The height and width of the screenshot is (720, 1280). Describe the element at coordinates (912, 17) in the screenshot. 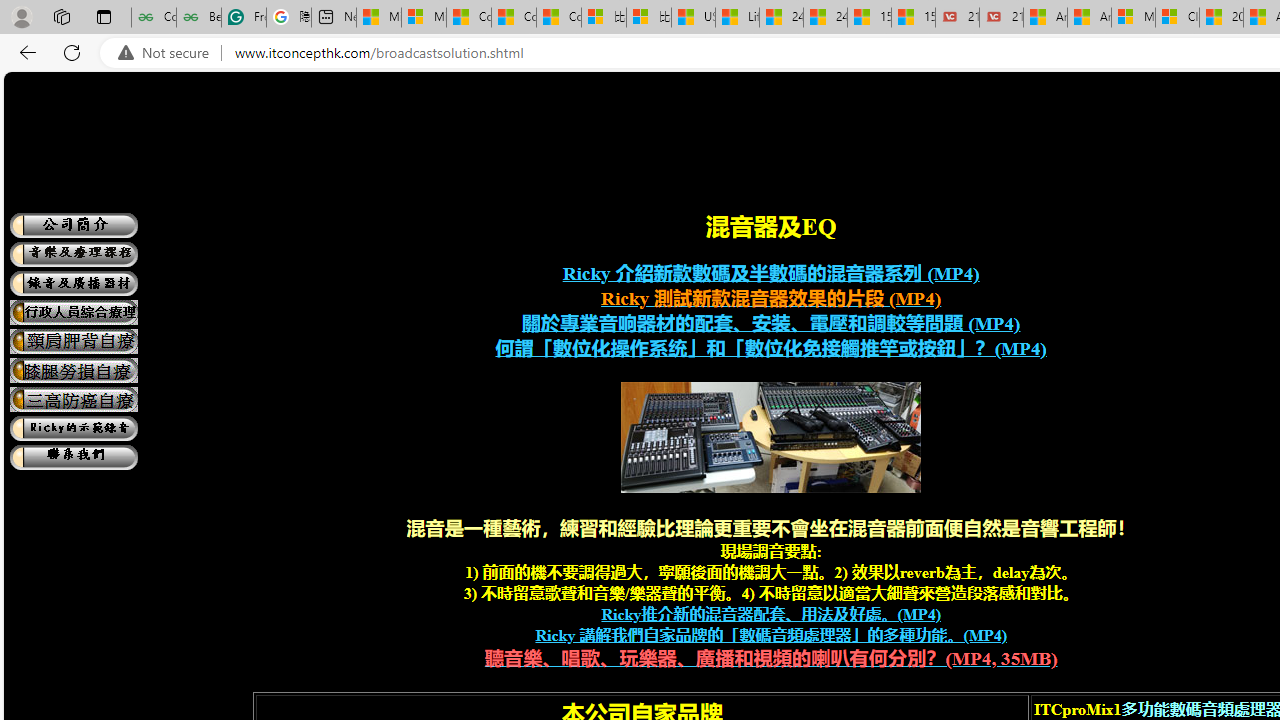

I see `'15 Ways Modern Life Contradicts the Teachings of Jesus'` at that location.